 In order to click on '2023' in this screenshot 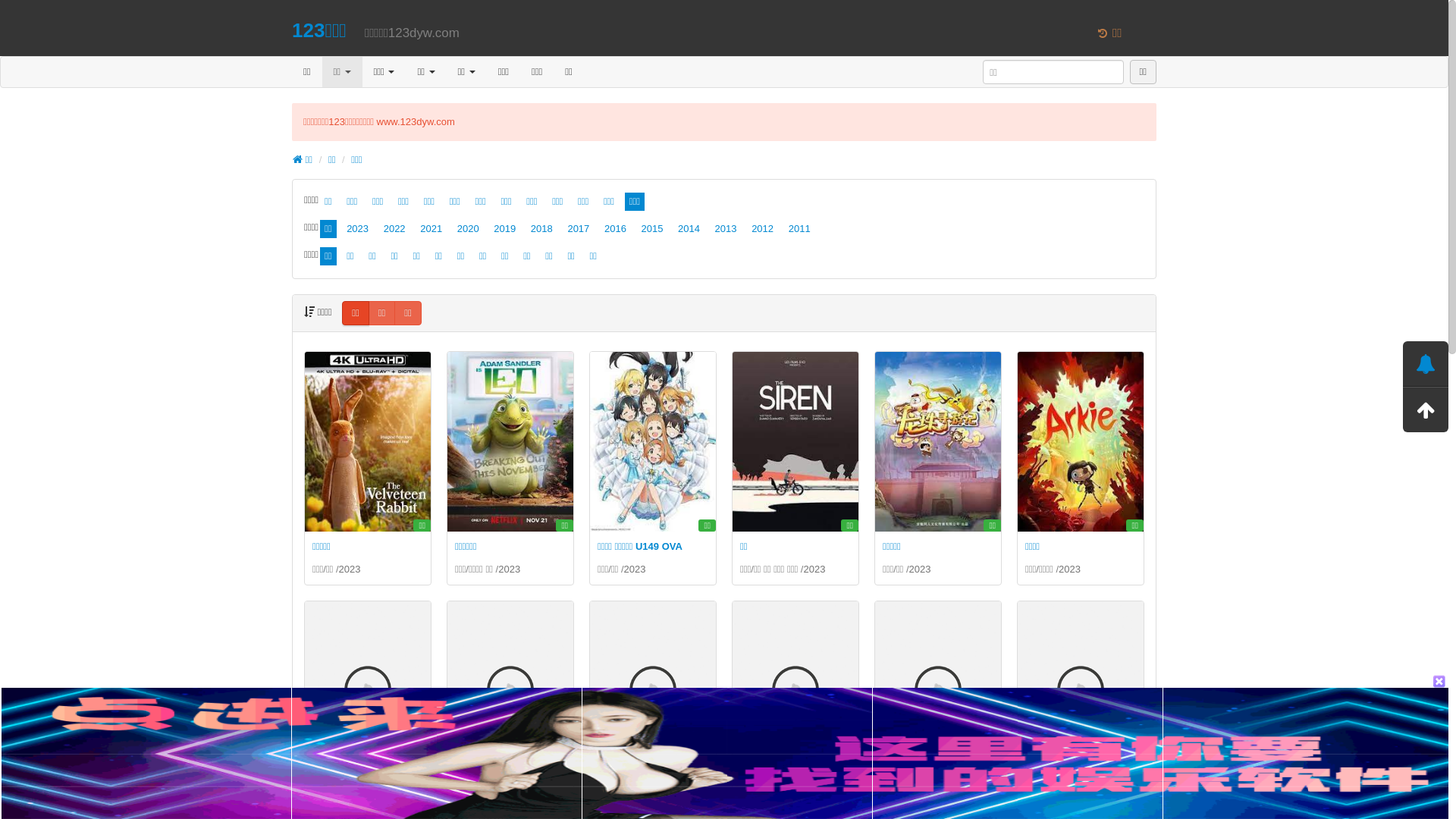, I will do `click(356, 228)`.